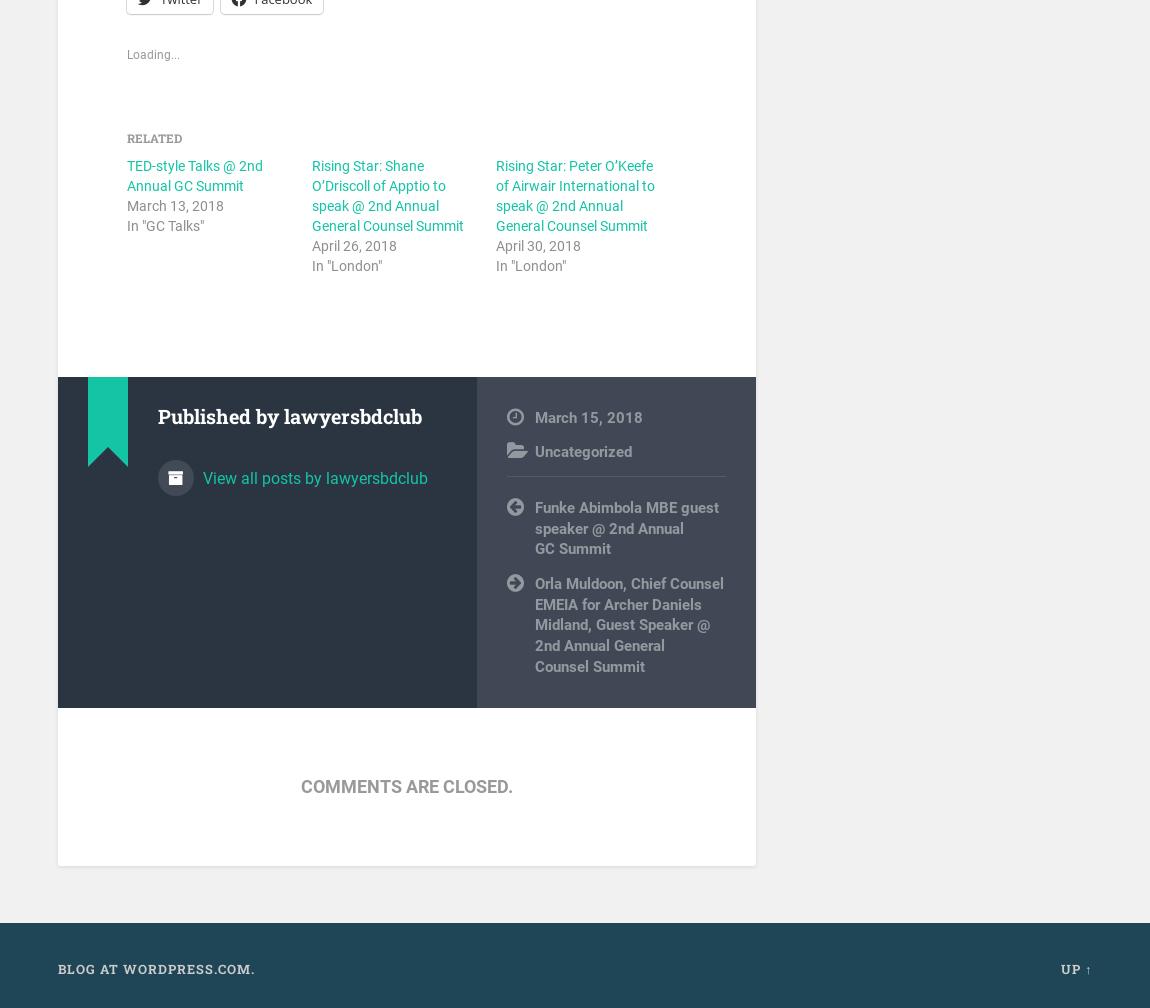  What do you see at coordinates (352, 414) in the screenshot?
I see `'lawyersbdclub'` at bounding box center [352, 414].